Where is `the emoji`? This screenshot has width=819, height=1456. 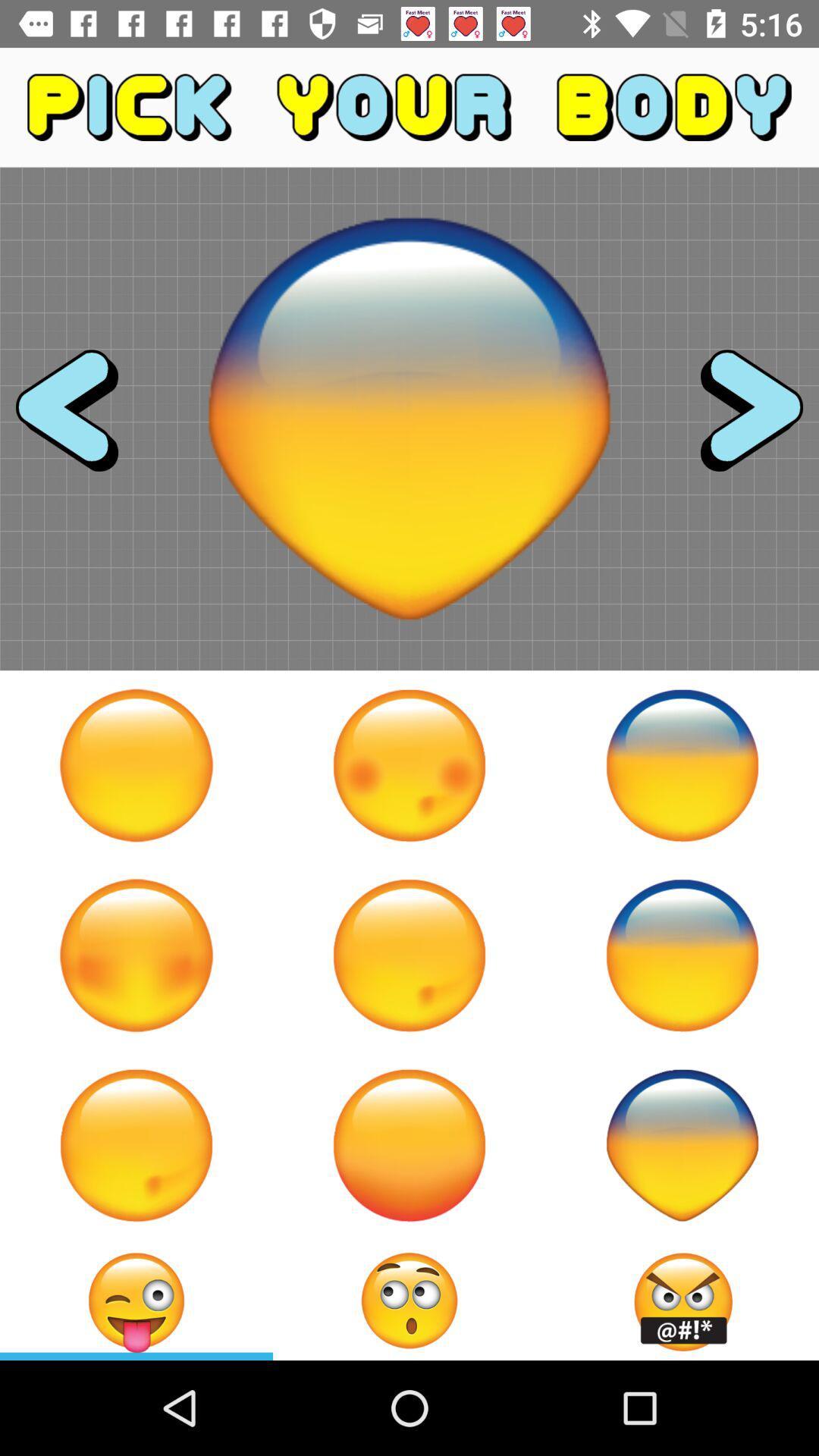
the emoji is located at coordinates (681, 1145).